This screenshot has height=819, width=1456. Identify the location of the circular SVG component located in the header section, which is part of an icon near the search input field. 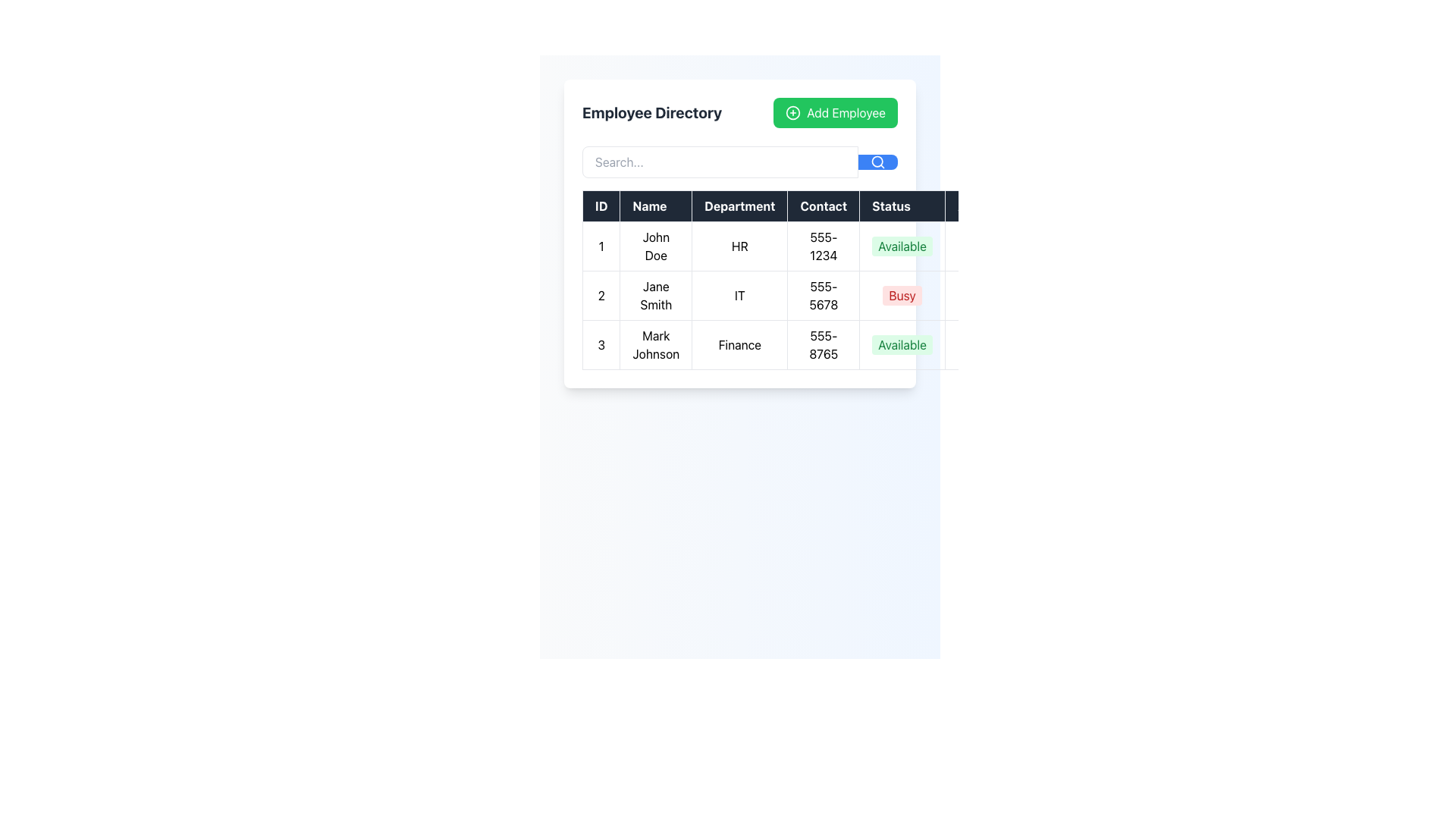
(877, 162).